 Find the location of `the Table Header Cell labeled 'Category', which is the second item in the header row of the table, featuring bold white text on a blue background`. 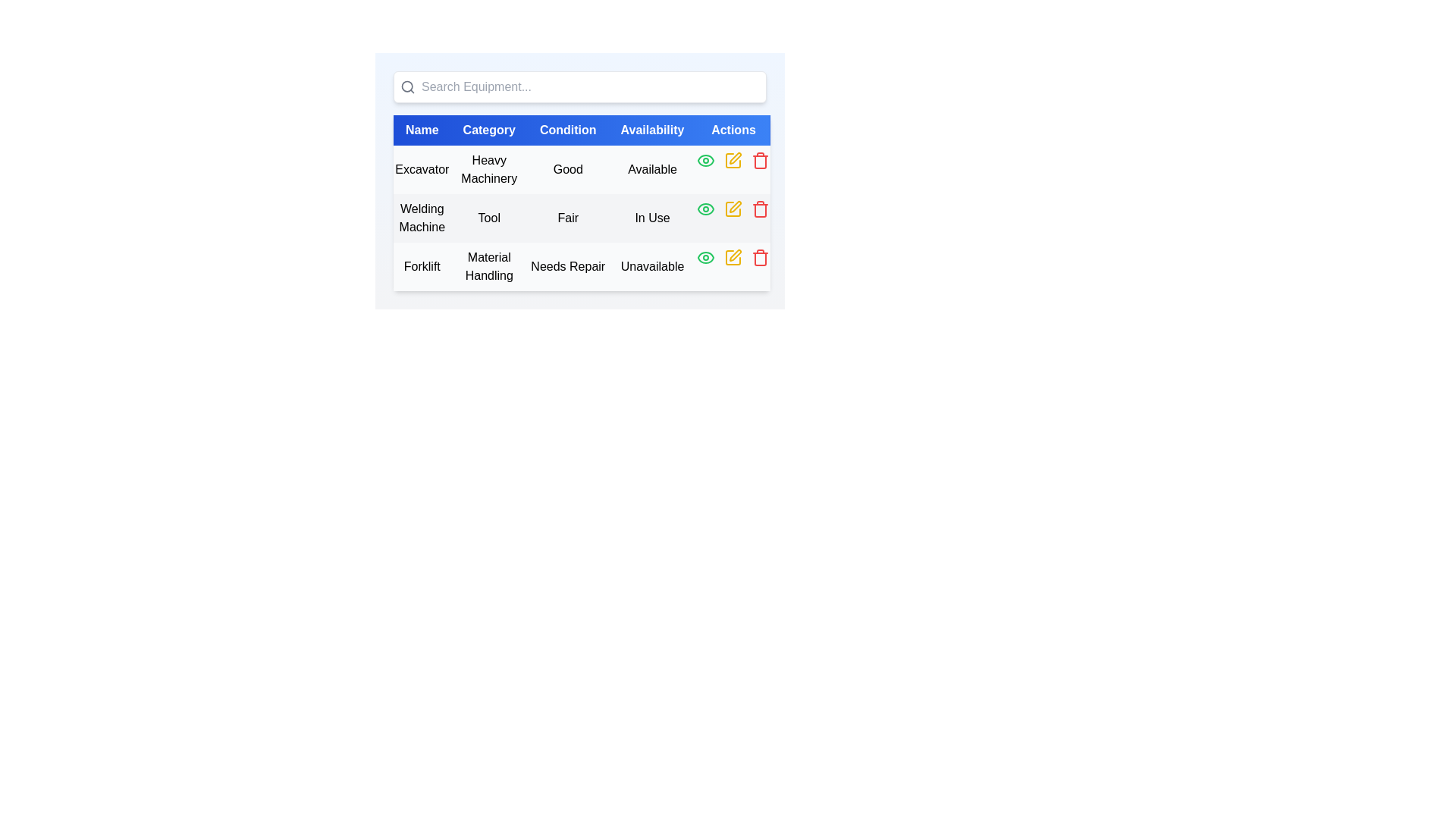

the Table Header Cell labeled 'Category', which is the second item in the header row of the table, featuring bold white text on a blue background is located at coordinates (489, 130).